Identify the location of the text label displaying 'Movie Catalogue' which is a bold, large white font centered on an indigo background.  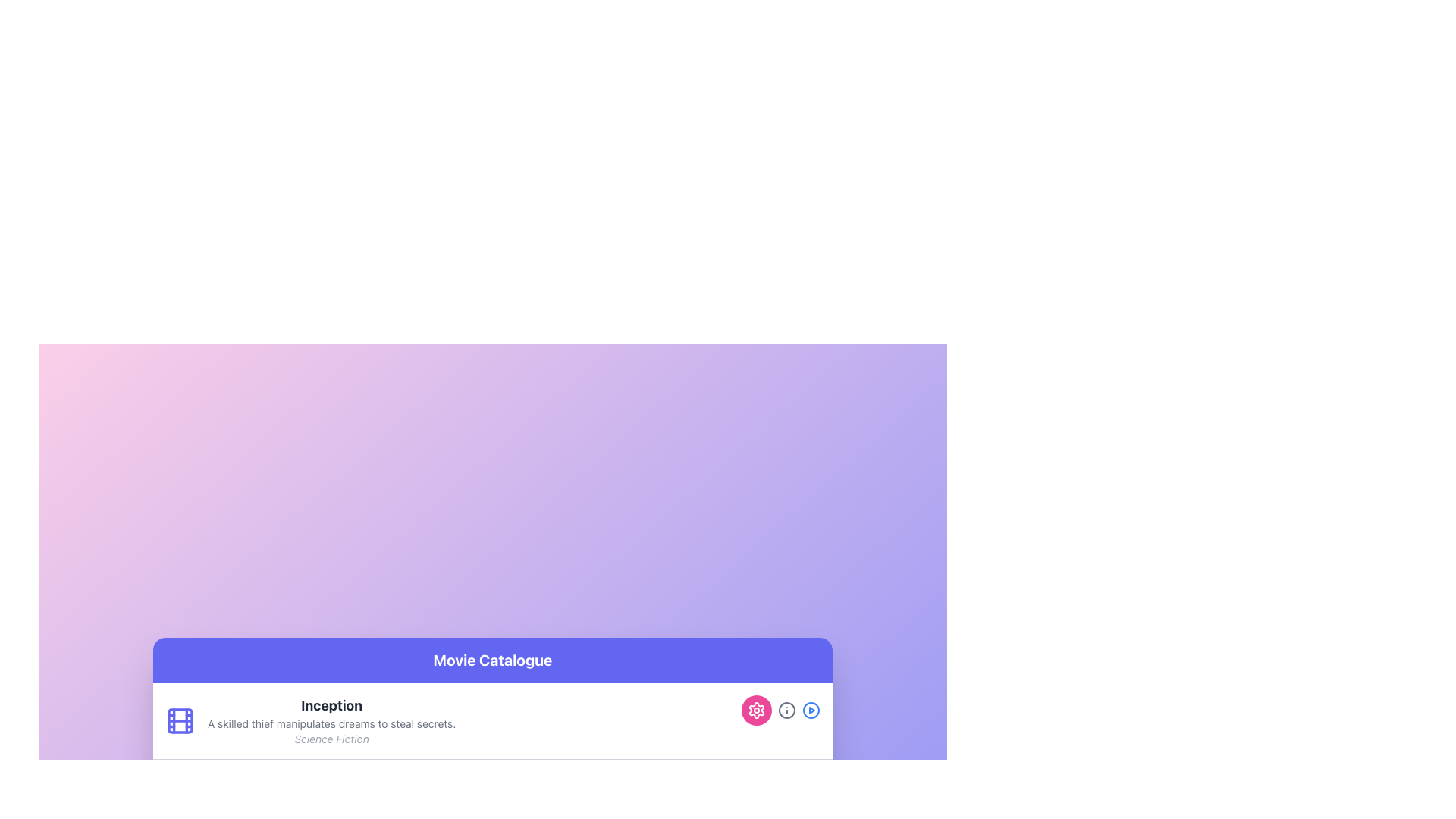
(492, 659).